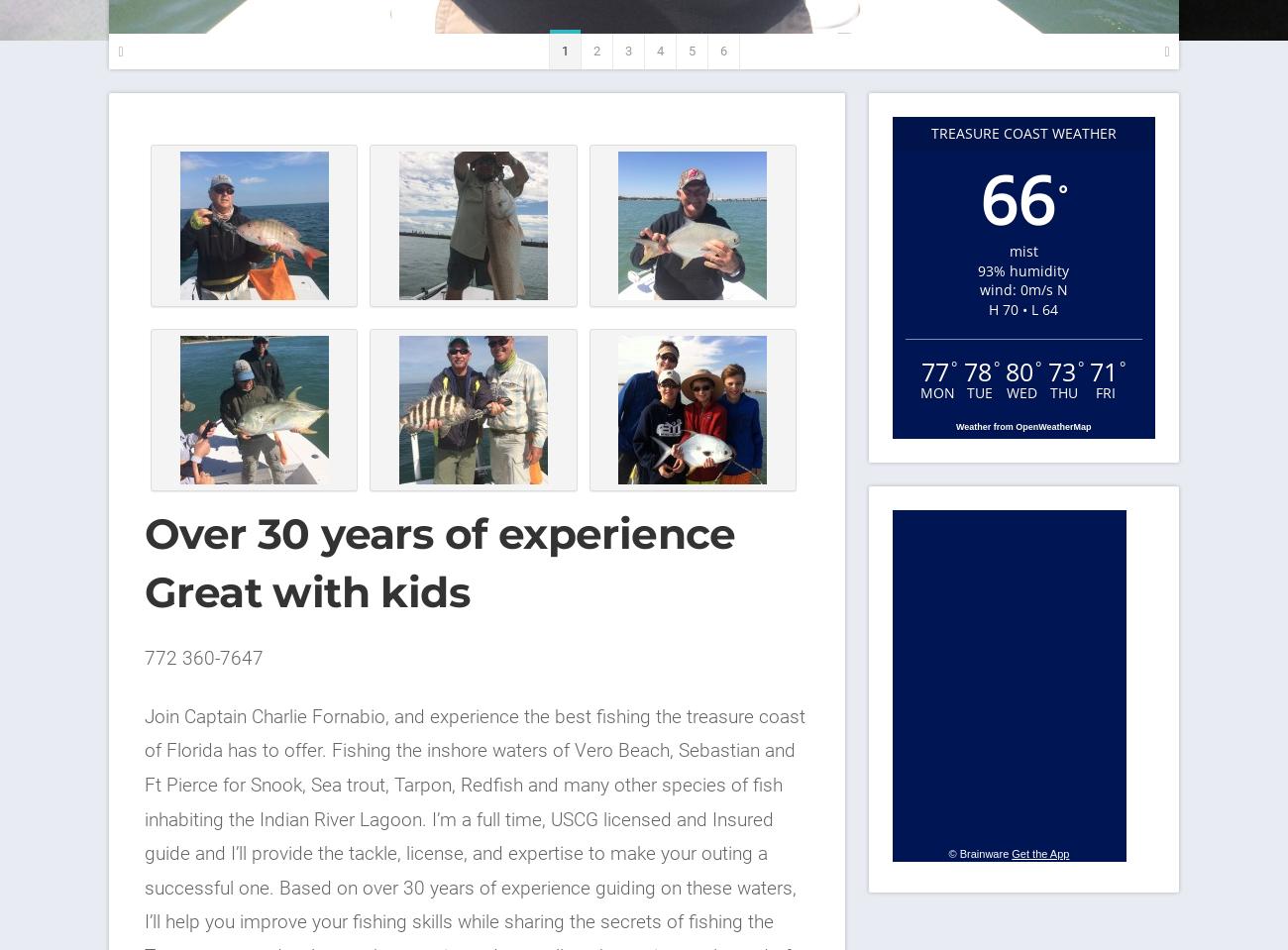  Describe the element at coordinates (966, 391) in the screenshot. I see `'Tue'` at that location.